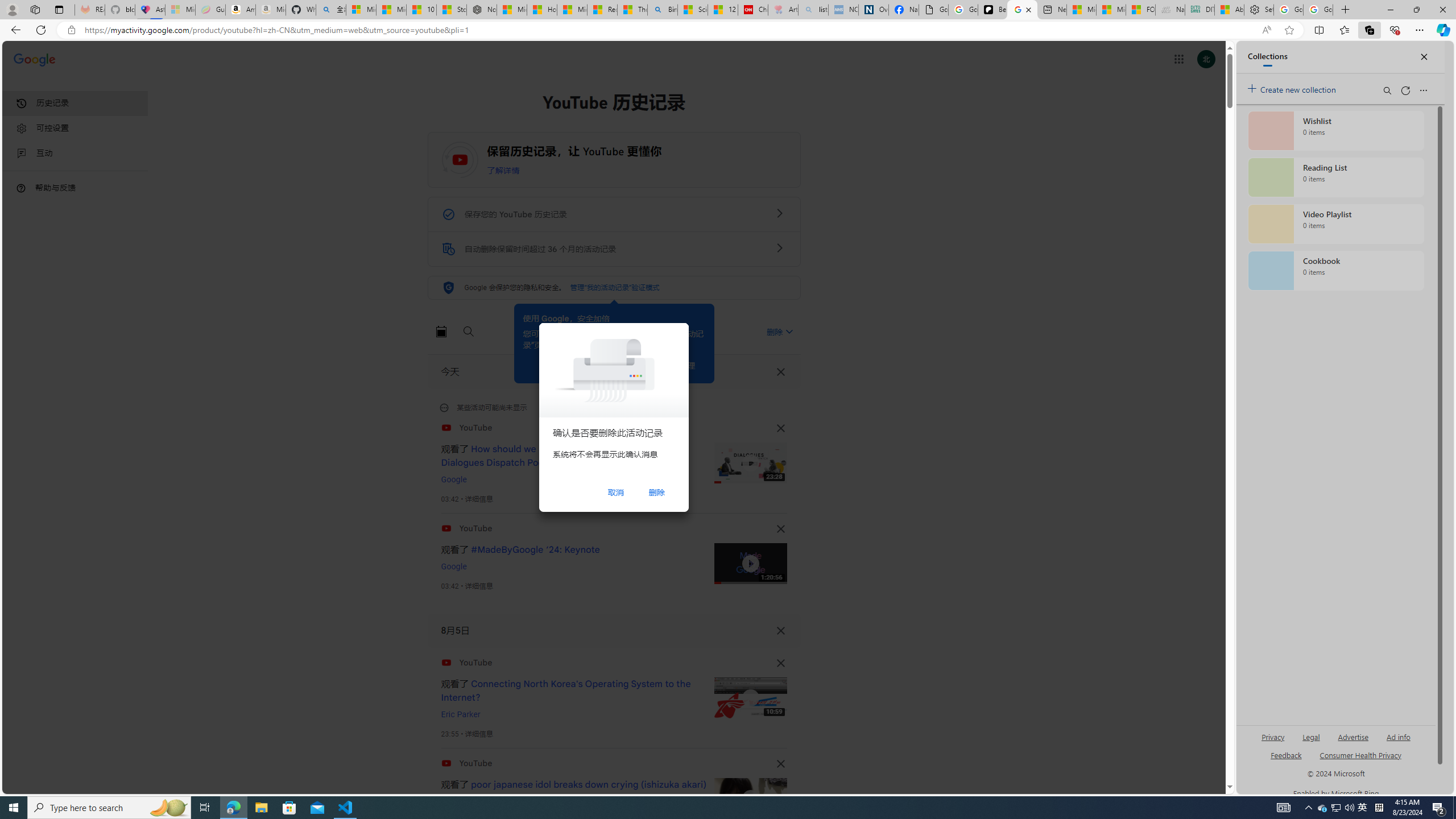 The image size is (1456, 819). Describe the element at coordinates (934, 9) in the screenshot. I see `'Google Analytics Opt-out Browser Add-on Download Page'` at that location.